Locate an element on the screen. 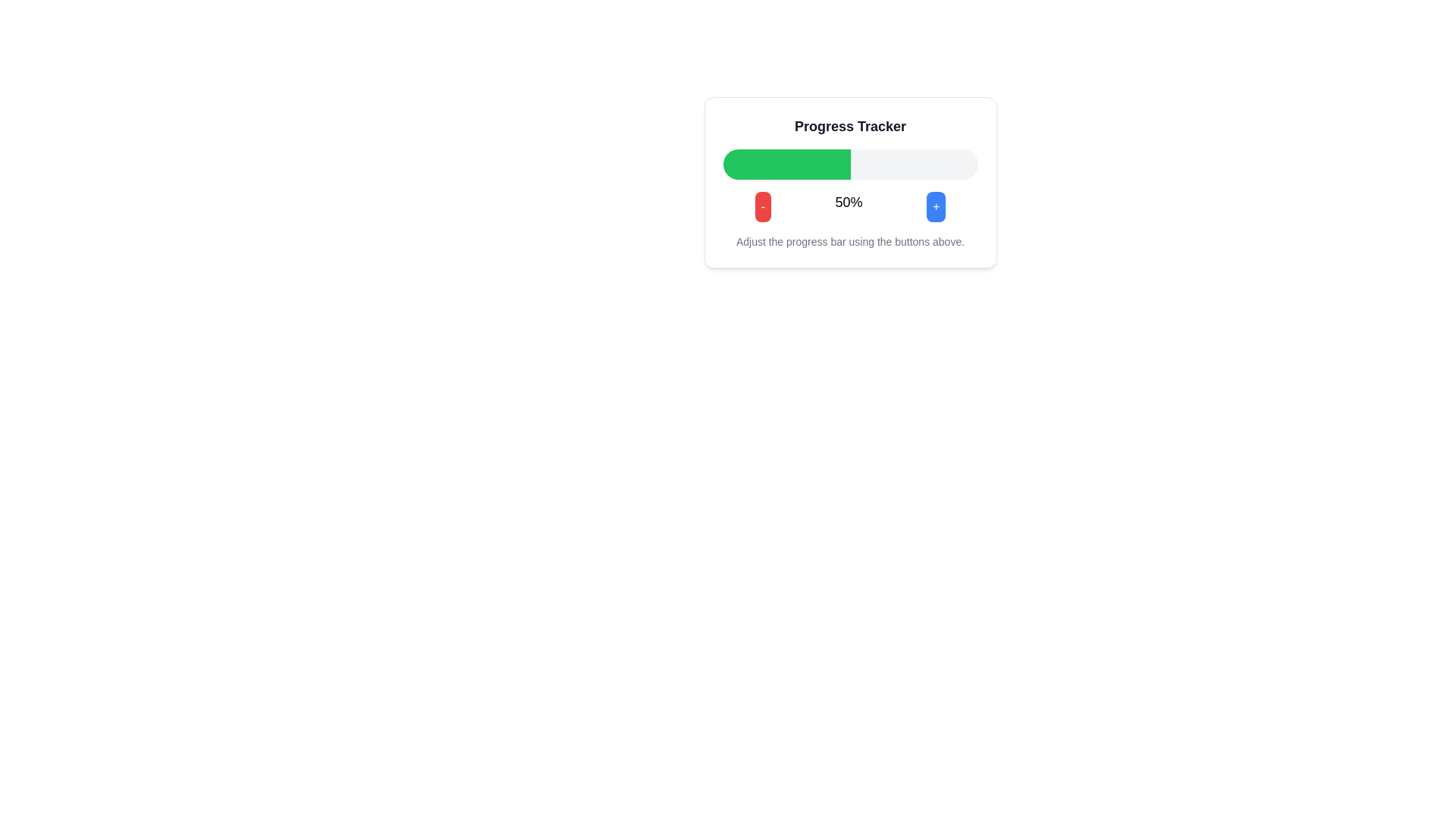  the static text label that reads 'Adjust the progress bar using the buttons above.' located at the bottom of the centered section below the progress bar and buttons is located at coordinates (850, 241).